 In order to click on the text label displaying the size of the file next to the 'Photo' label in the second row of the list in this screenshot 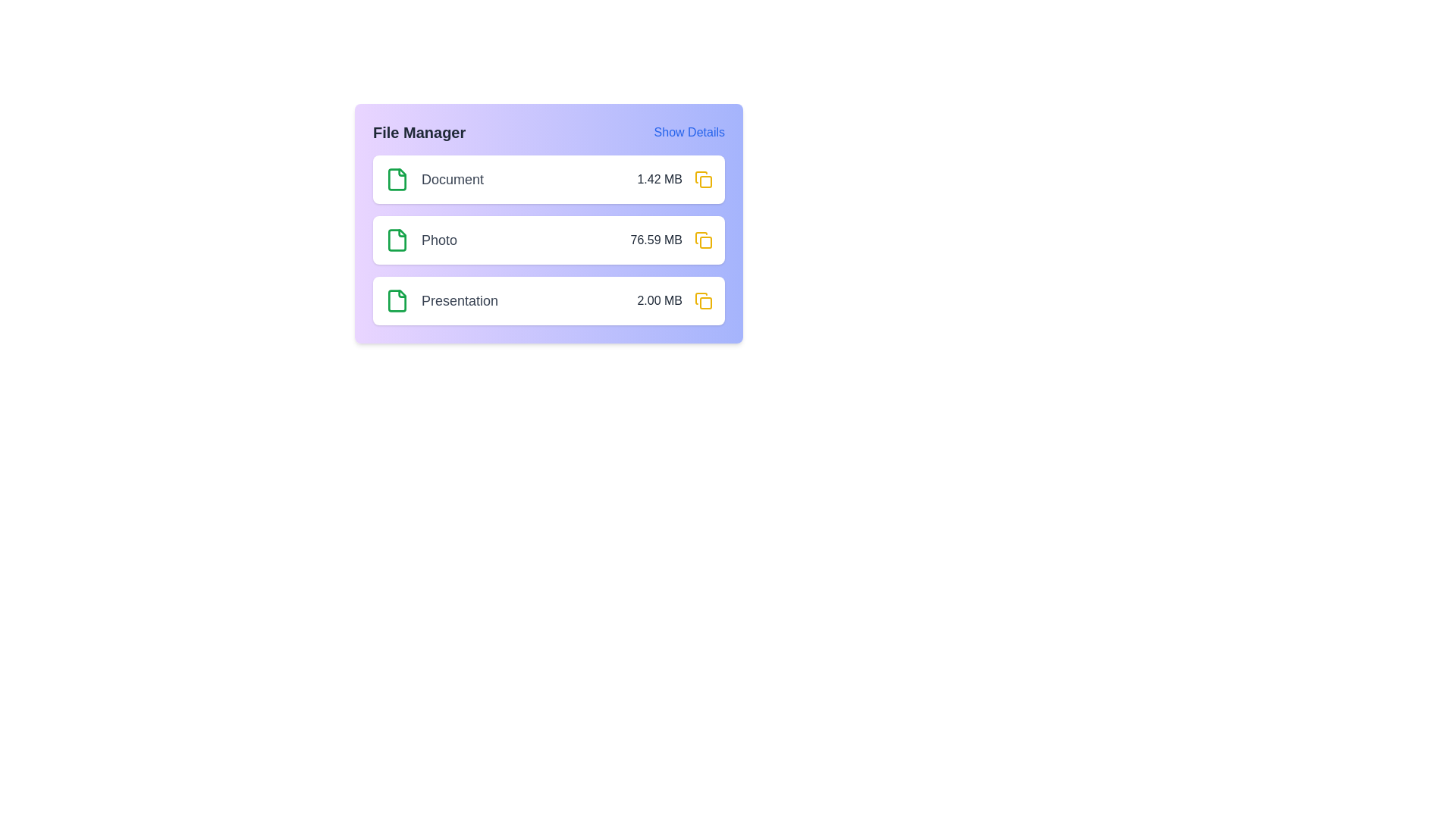, I will do `click(670, 239)`.